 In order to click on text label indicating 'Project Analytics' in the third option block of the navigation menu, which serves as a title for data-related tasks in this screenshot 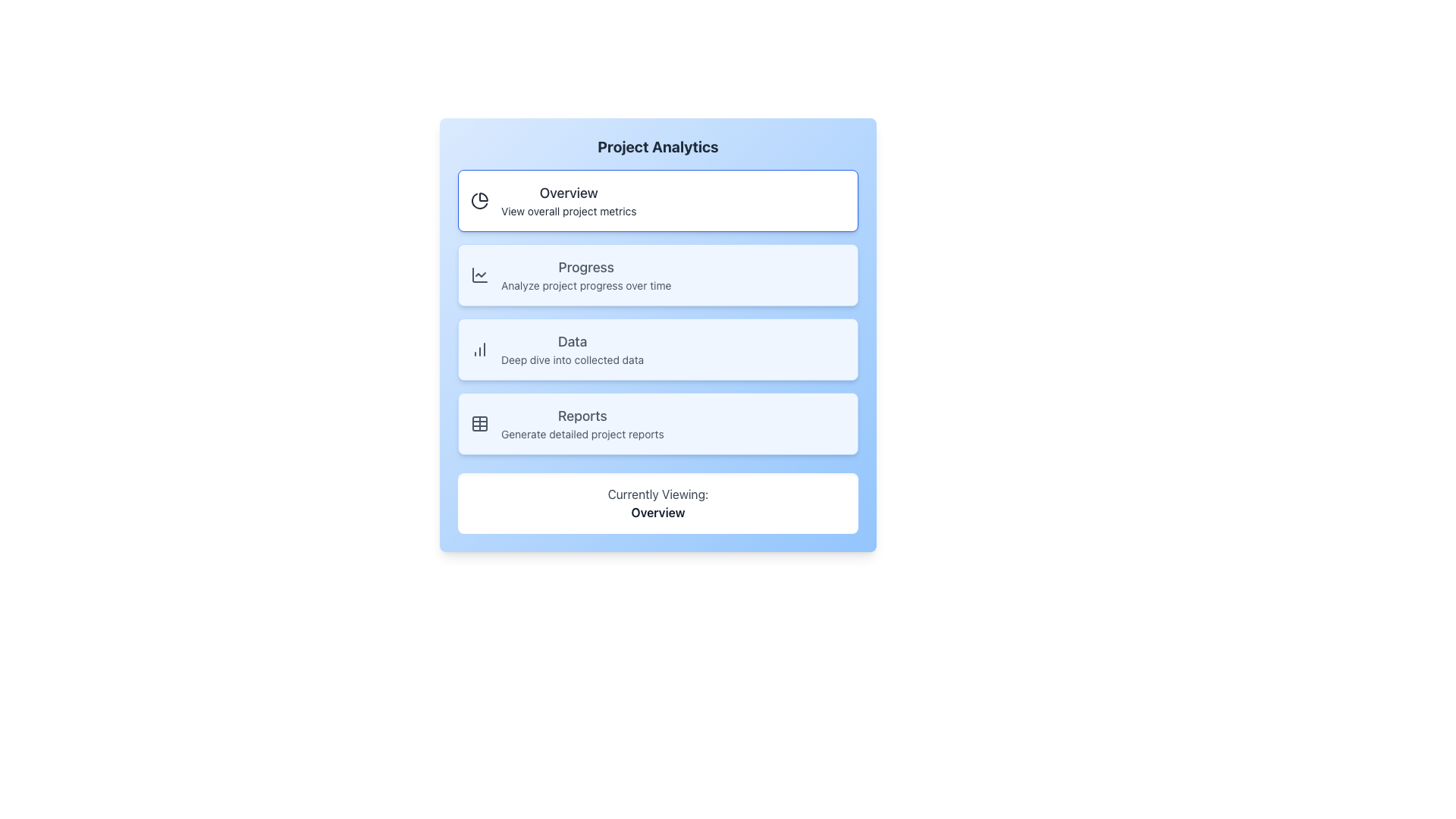, I will do `click(572, 342)`.